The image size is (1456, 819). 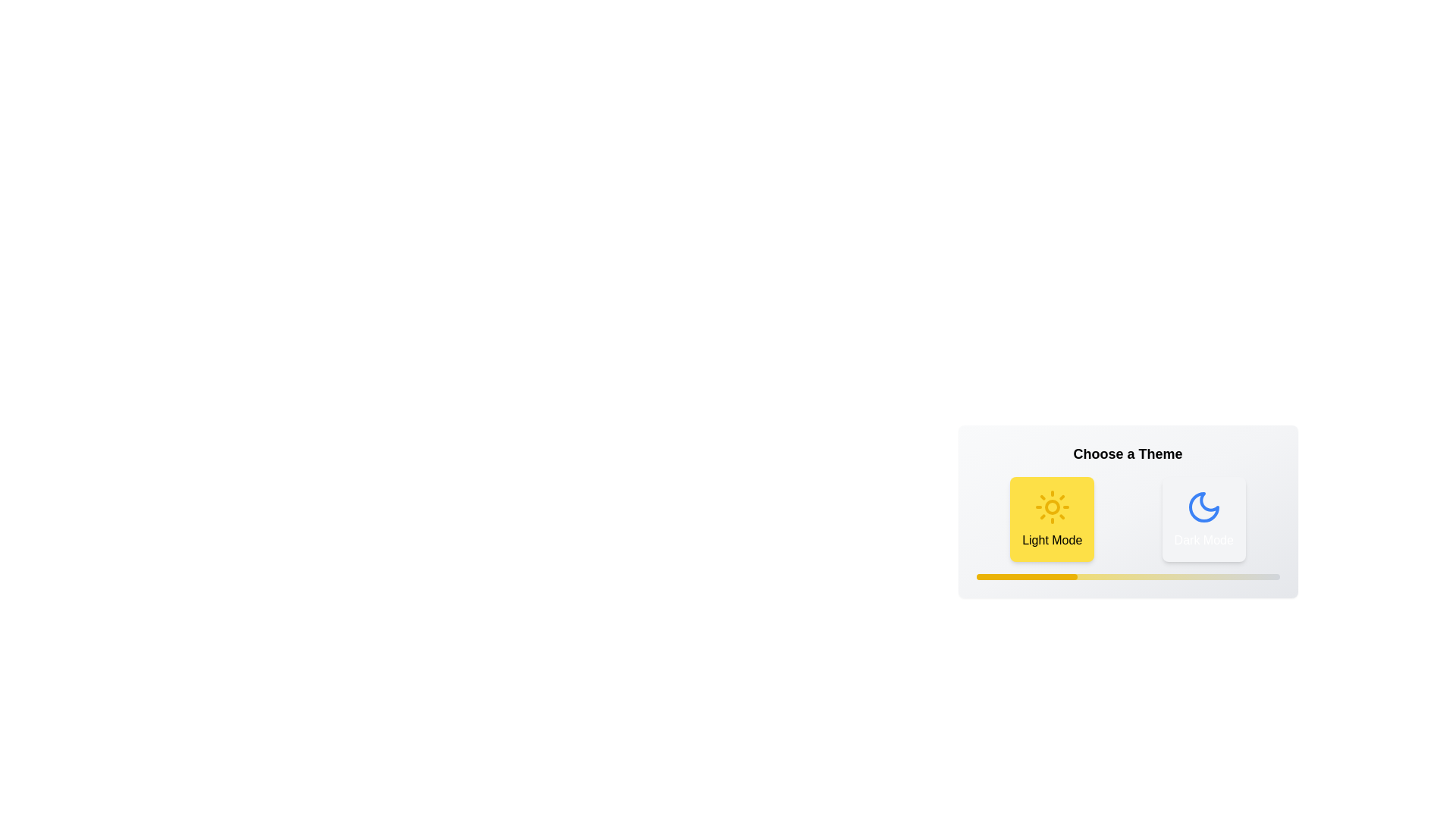 I want to click on the 'Light Mode' button to switch to the light theme, so click(x=1051, y=519).